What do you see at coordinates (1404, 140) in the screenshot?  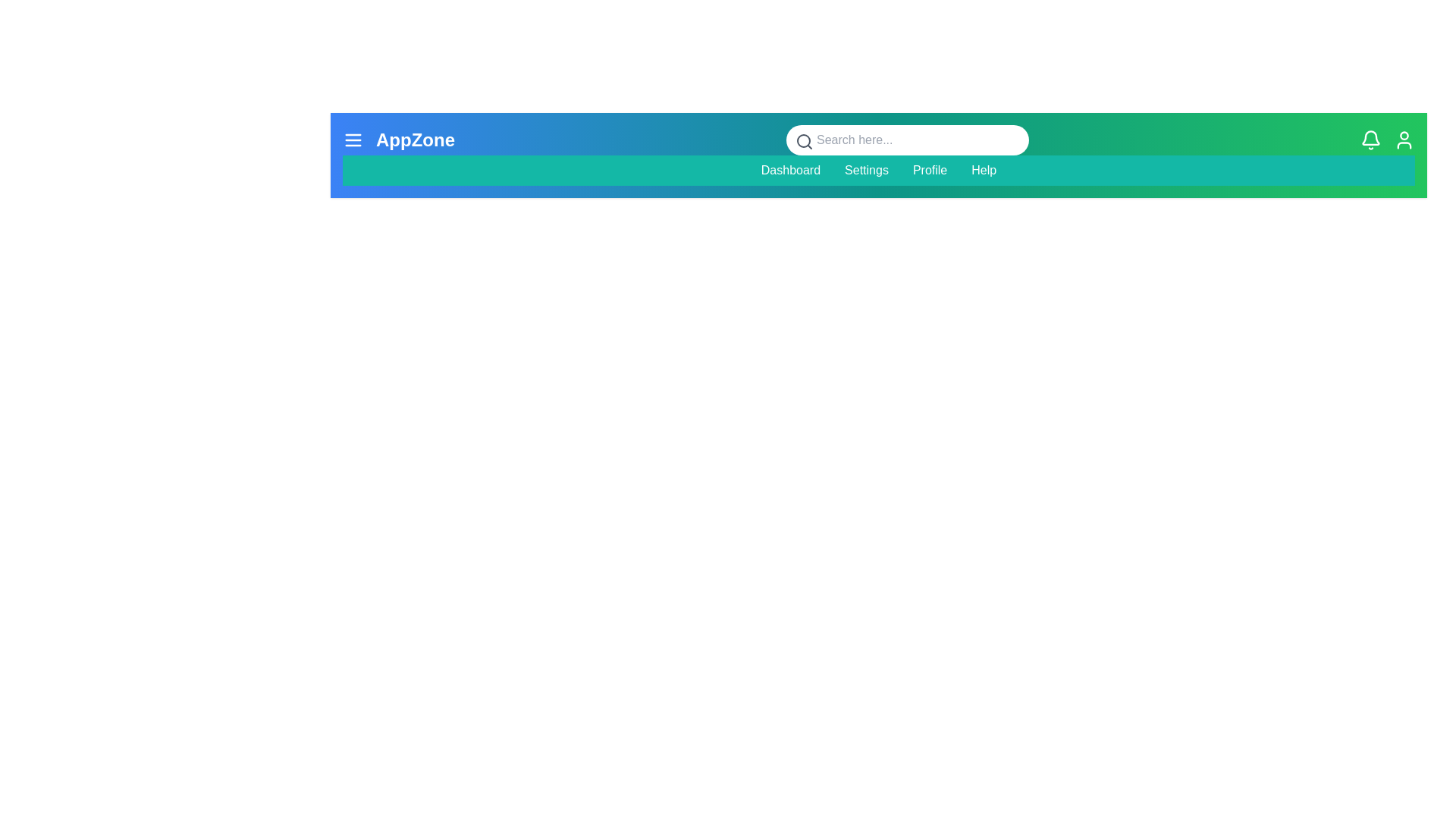 I see `the user icon to view the user profile` at bounding box center [1404, 140].